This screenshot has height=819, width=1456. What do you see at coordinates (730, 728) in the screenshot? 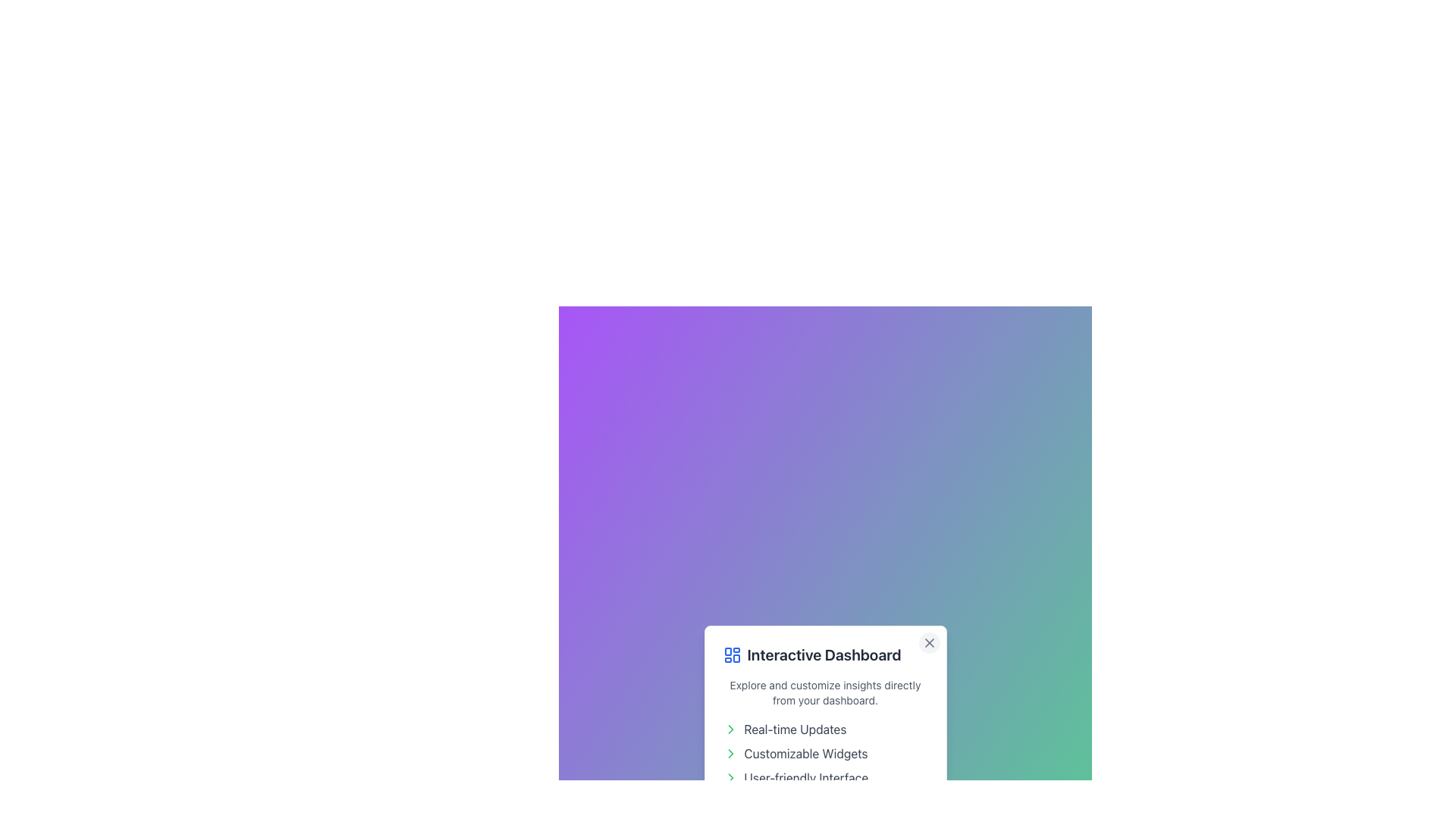
I see `the chevron icon to the left of the 'Real-time Updates' label` at bounding box center [730, 728].